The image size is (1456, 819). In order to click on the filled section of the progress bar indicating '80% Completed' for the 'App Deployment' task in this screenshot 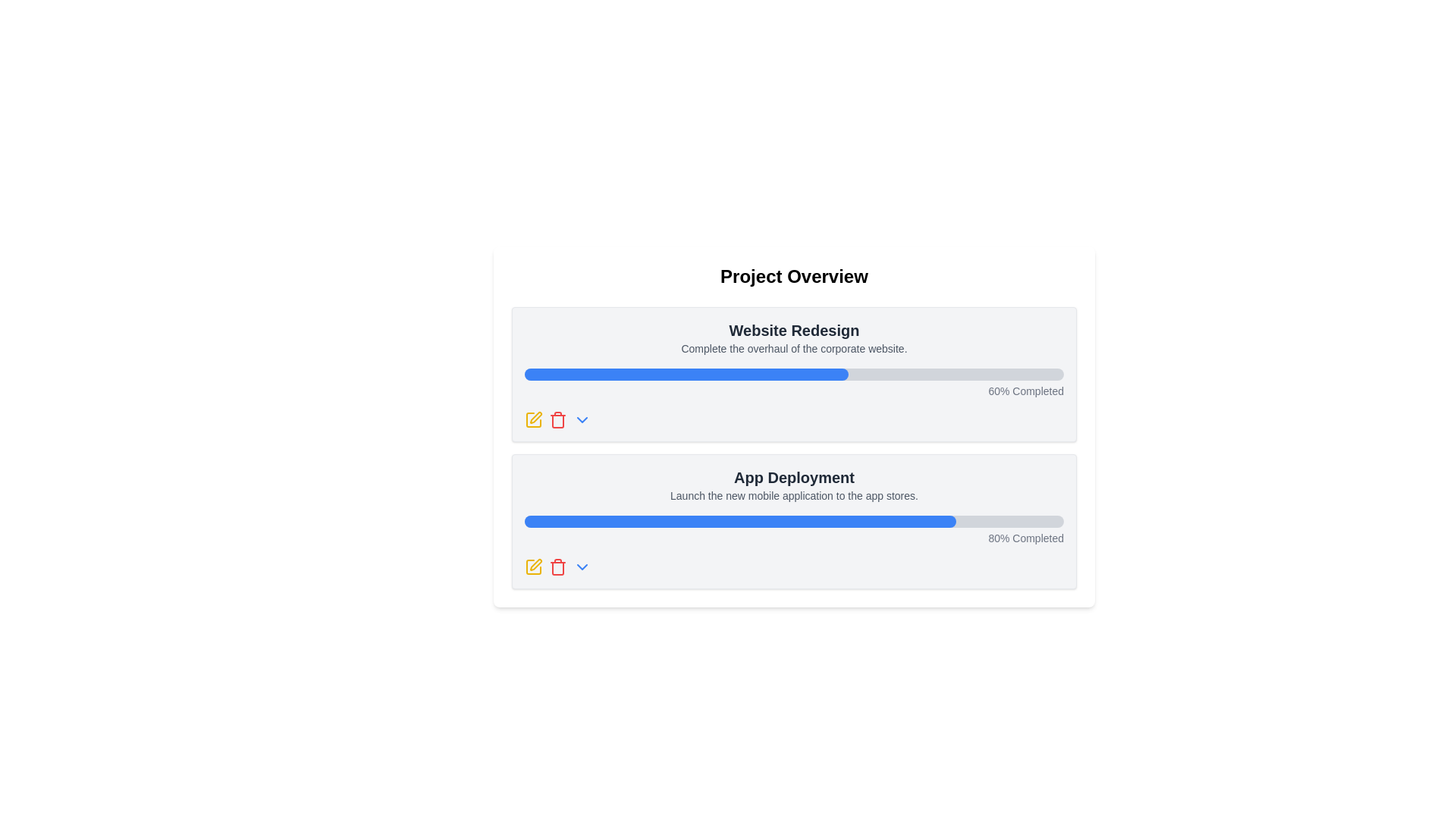, I will do `click(740, 520)`.